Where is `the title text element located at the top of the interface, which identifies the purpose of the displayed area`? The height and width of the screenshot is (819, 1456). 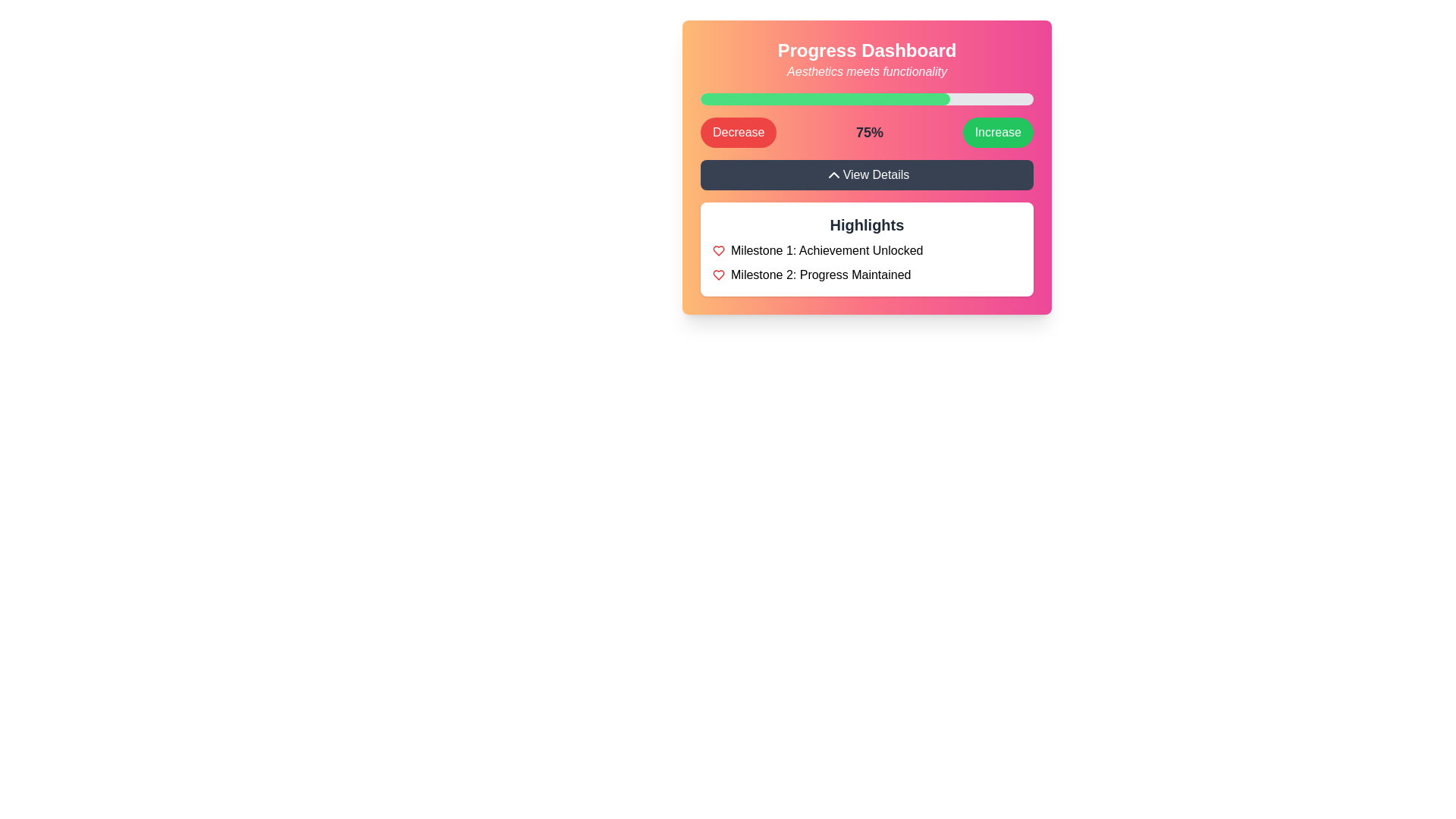 the title text element located at the top of the interface, which identifies the purpose of the displayed area is located at coordinates (867, 49).